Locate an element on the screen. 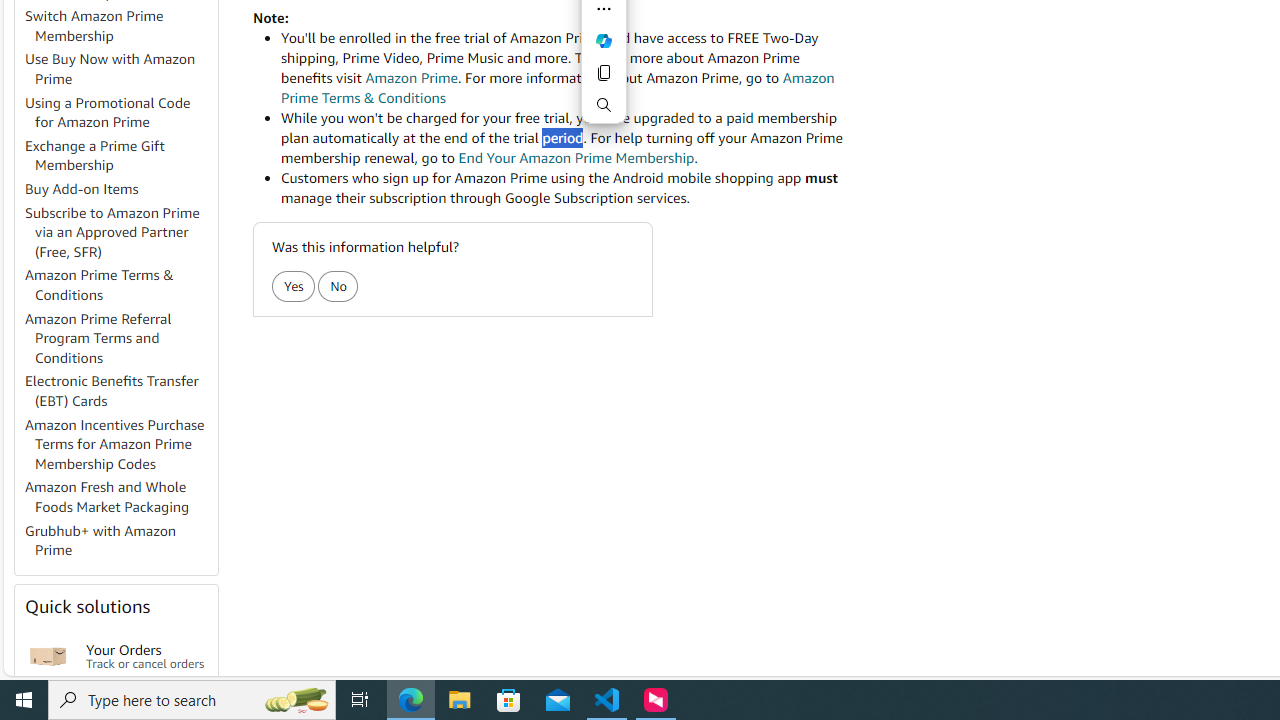  'Amazon Prime Referral Program Terms and Conditions' is located at coordinates (119, 337).